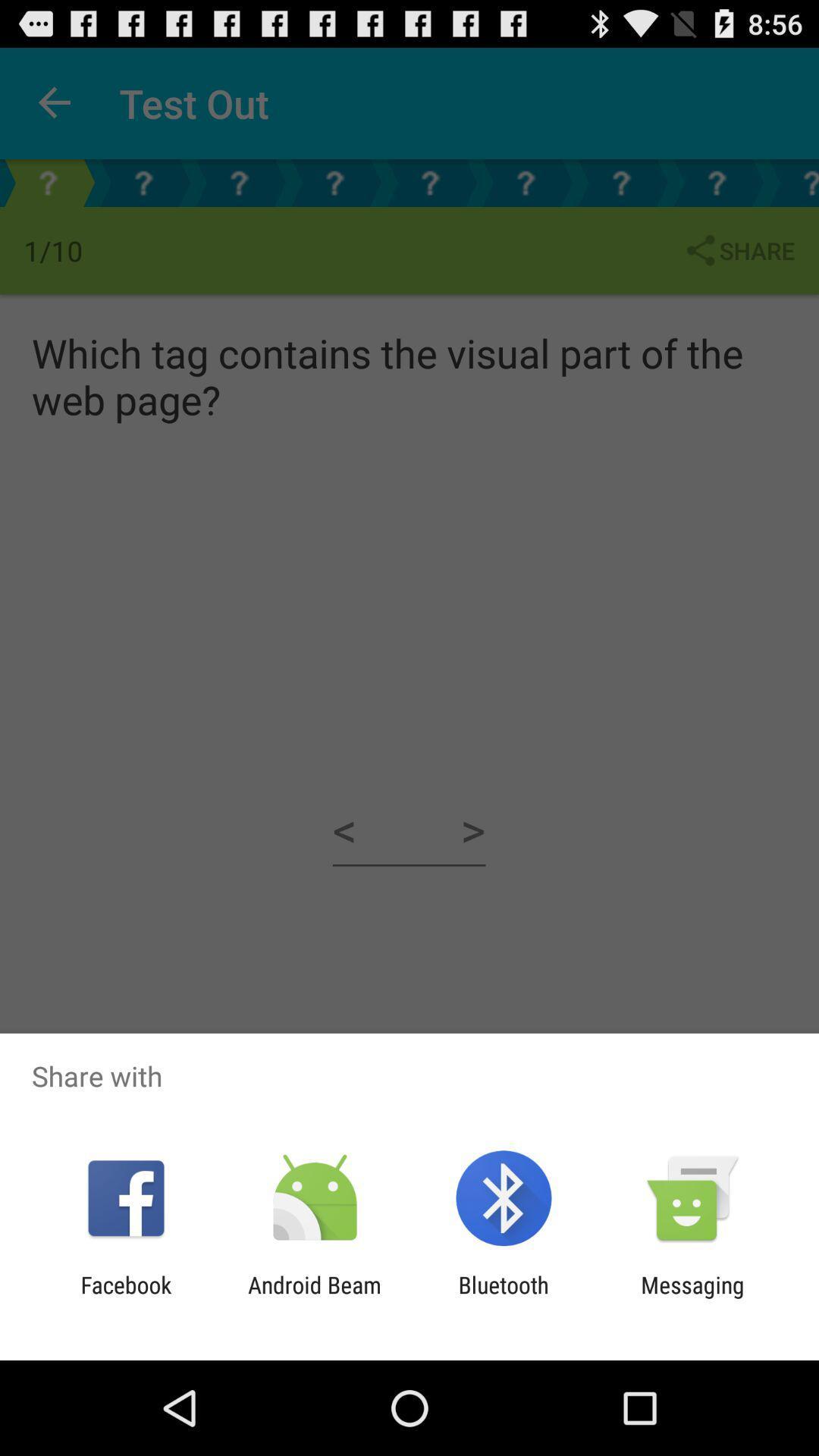 The height and width of the screenshot is (1456, 819). I want to click on app to the left of the android beam, so click(125, 1298).